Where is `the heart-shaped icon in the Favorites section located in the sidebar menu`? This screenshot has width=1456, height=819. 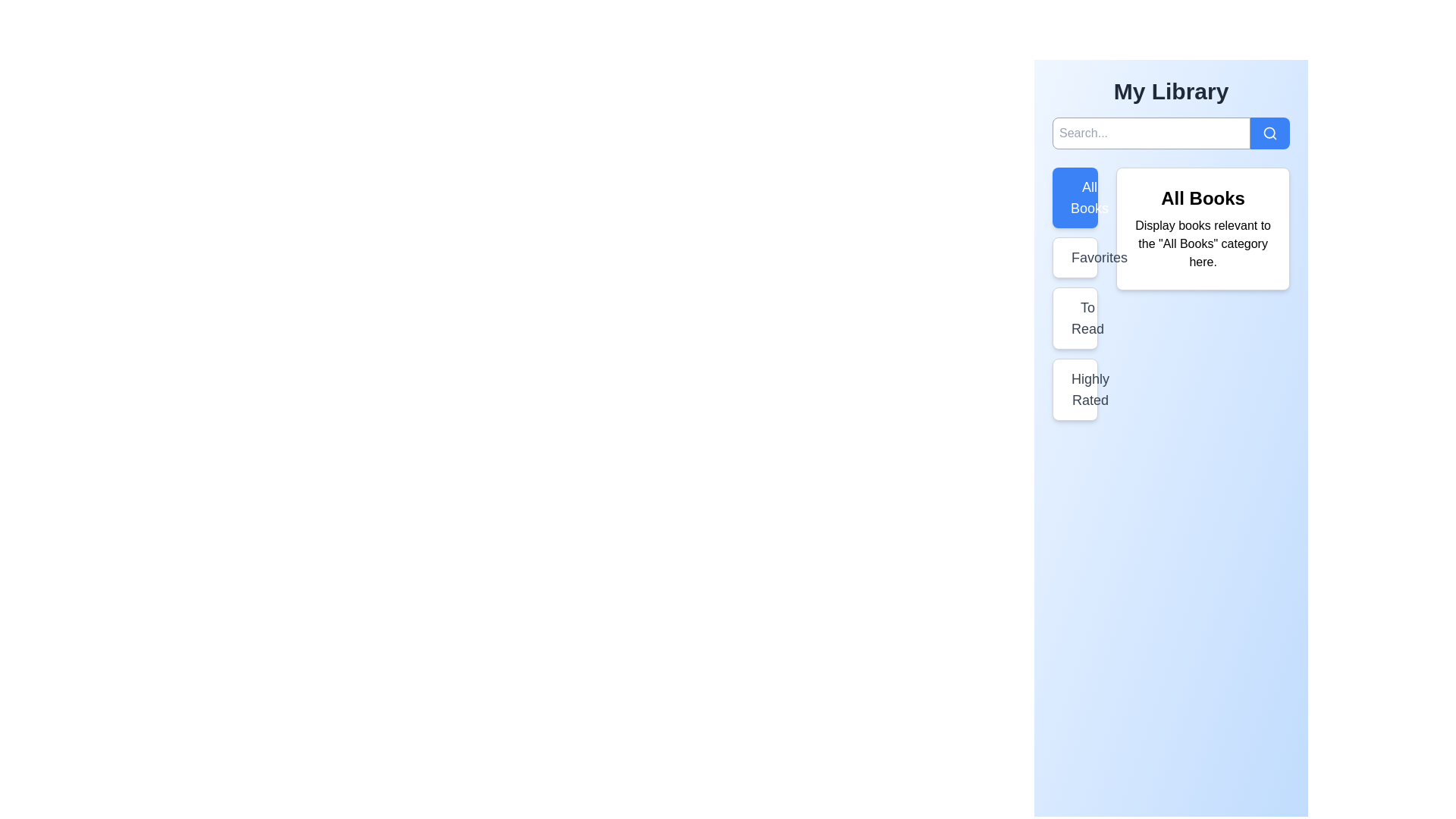 the heart-shaped icon in the Favorites section located in the sidebar menu is located at coordinates (1073, 256).